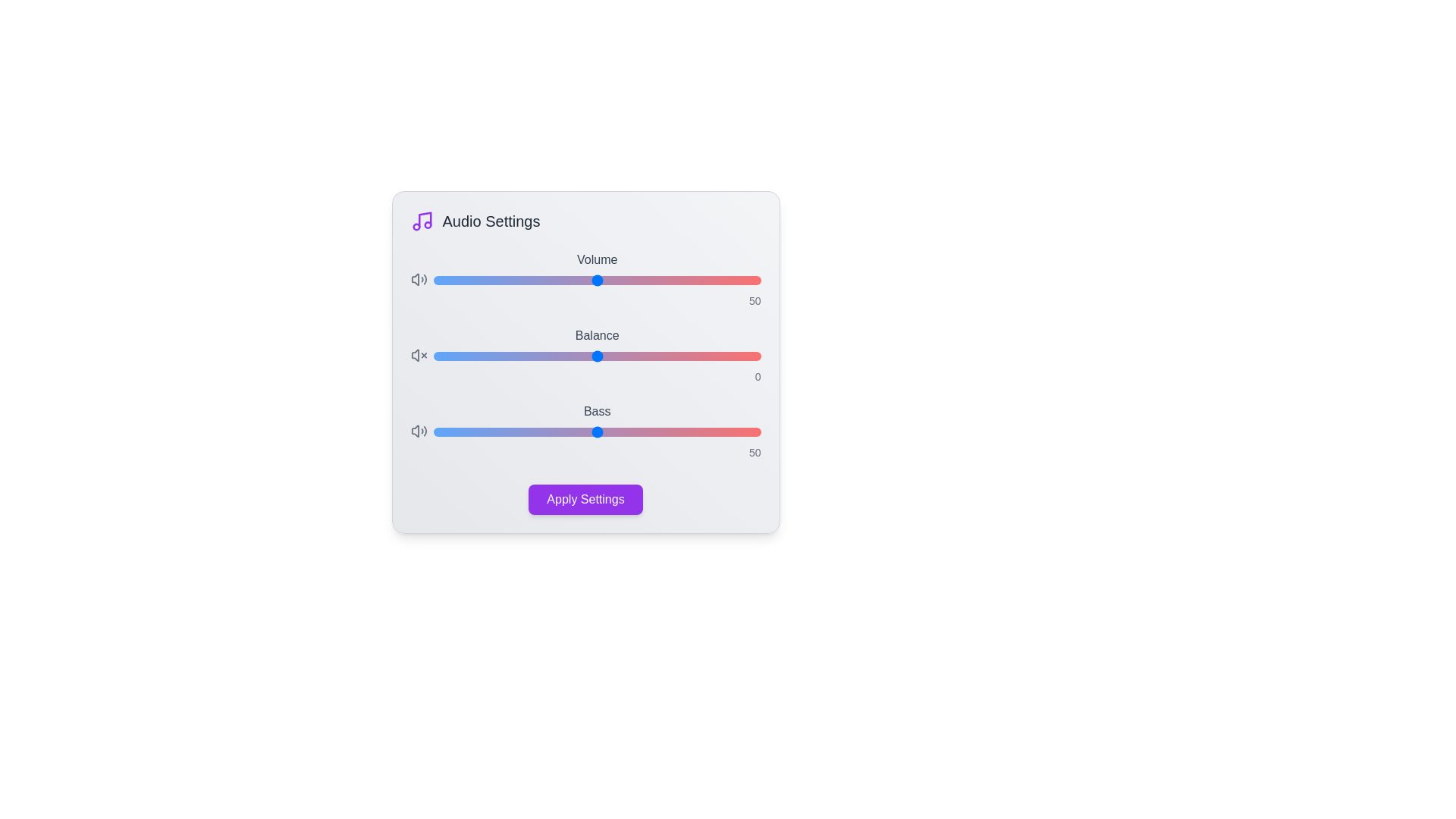 The height and width of the screenshot is (819, 1456). Describe the element at coordinates (489, 281) in the screenshot. I see `the 'Volume' slider to set the volume level to 17` at that location.